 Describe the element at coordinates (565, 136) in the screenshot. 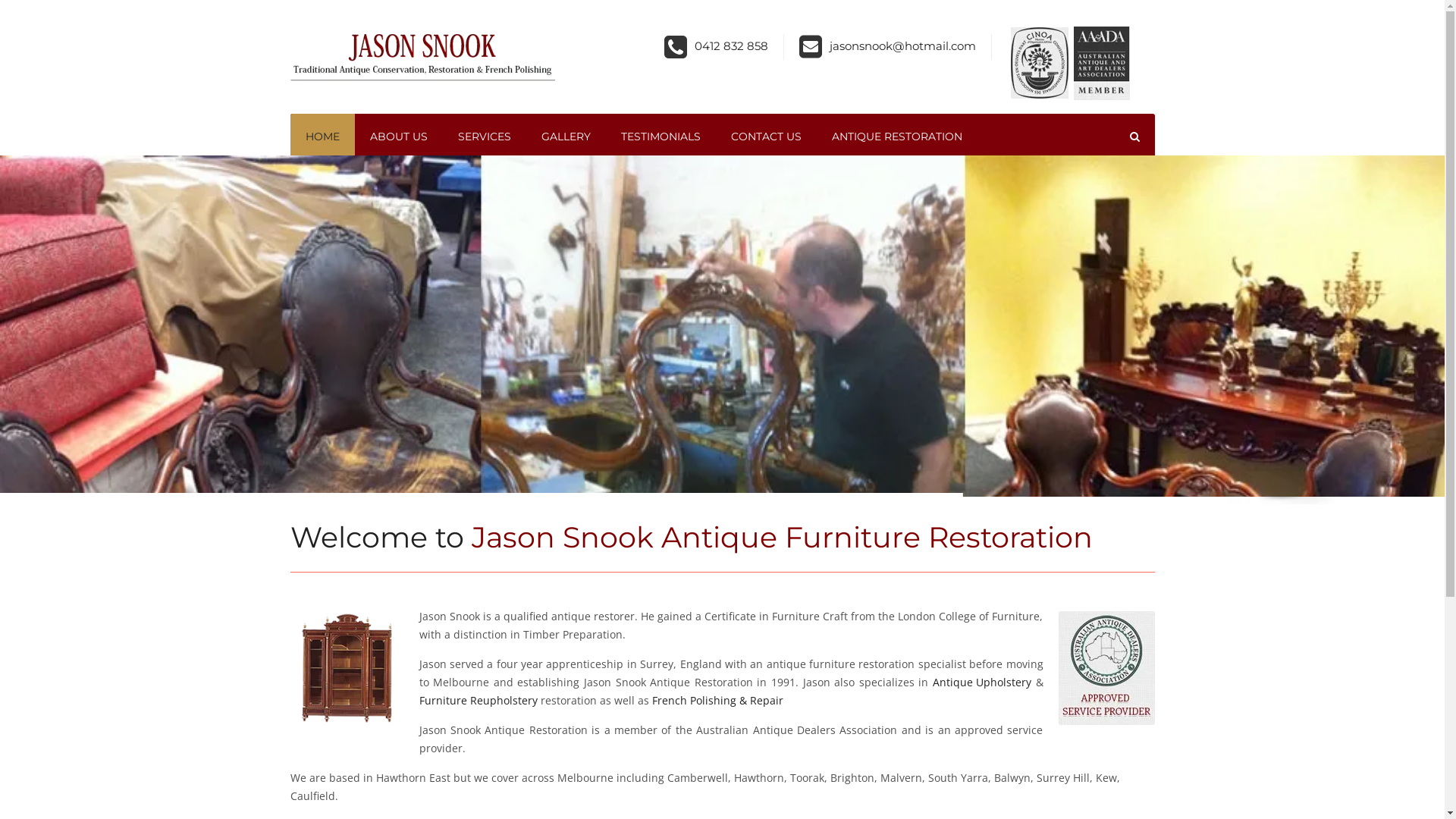

I see `'GALLERY'` at that location.